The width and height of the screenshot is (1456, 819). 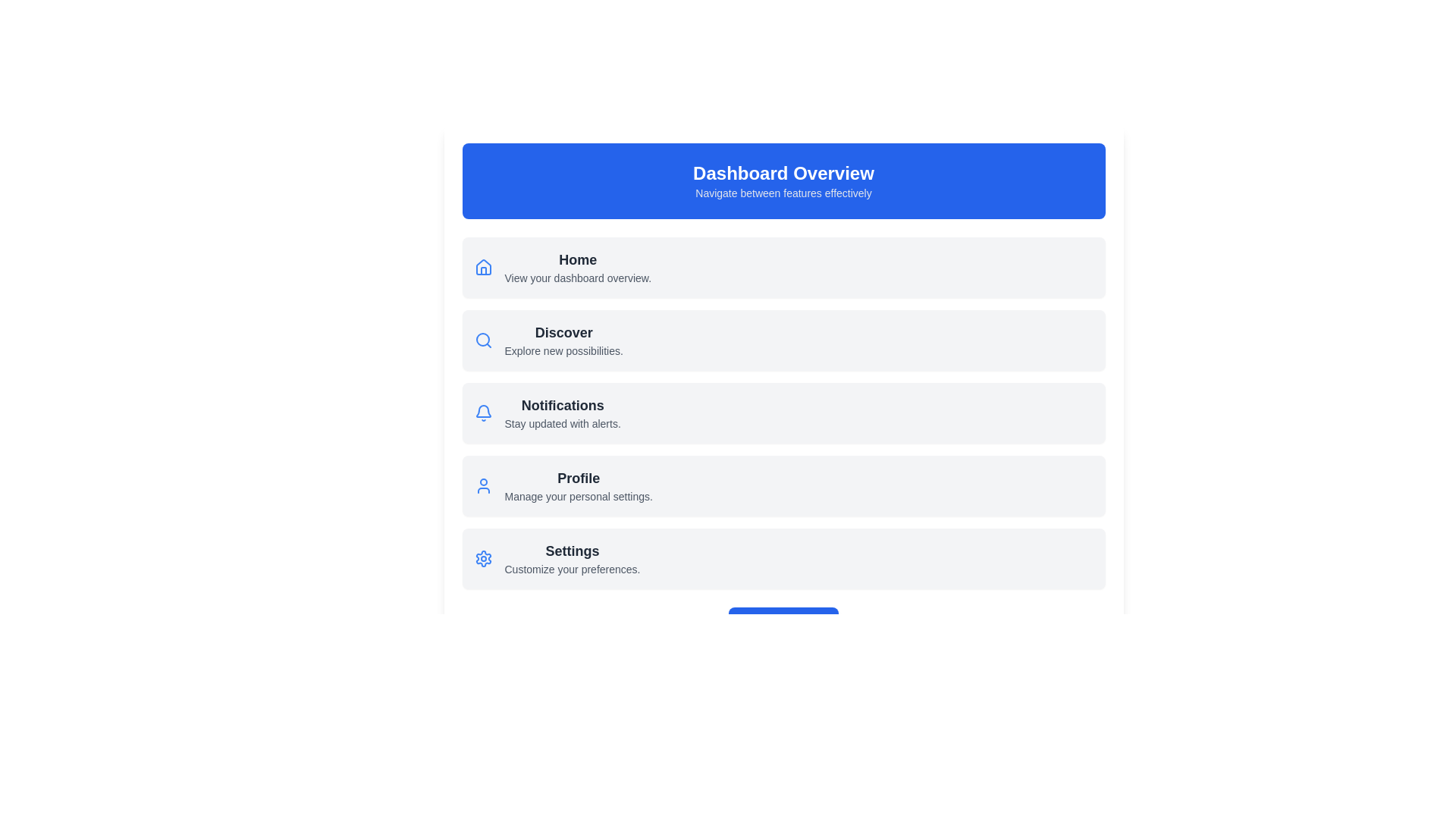 What do you see at coordinates (783, 192) in the screenshot?
I see `text content of the small text label located centrally below the 'Dashboard Overview' heading, styled with light gray color on a blue background, displaying 'Navigate between features effectively'` at bounding box center [783, 192].